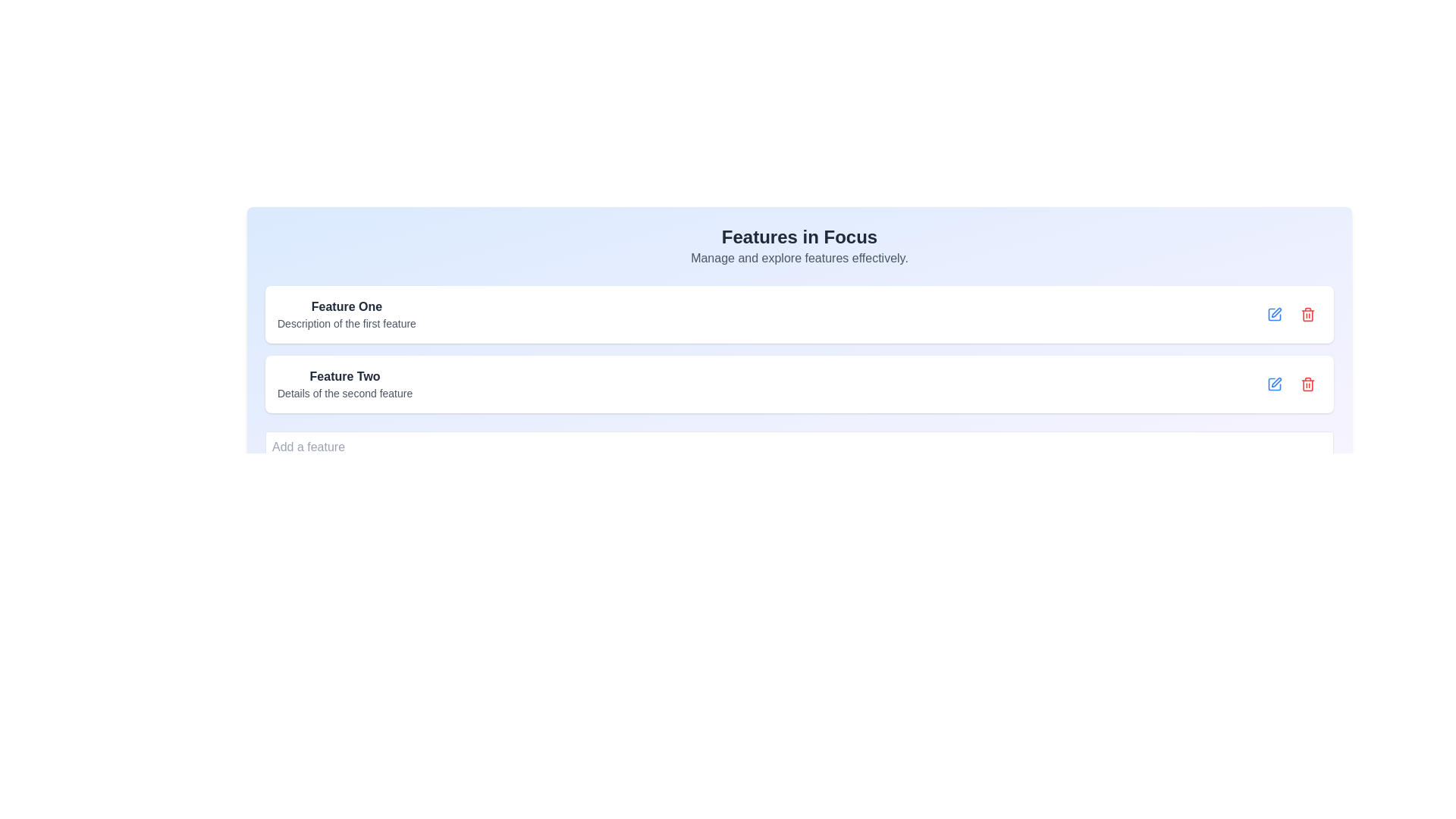  Describe the element at coordinates (1307, 314) in the screenshot. I see `the delete button located to the right of the editing pen icon` at that location.